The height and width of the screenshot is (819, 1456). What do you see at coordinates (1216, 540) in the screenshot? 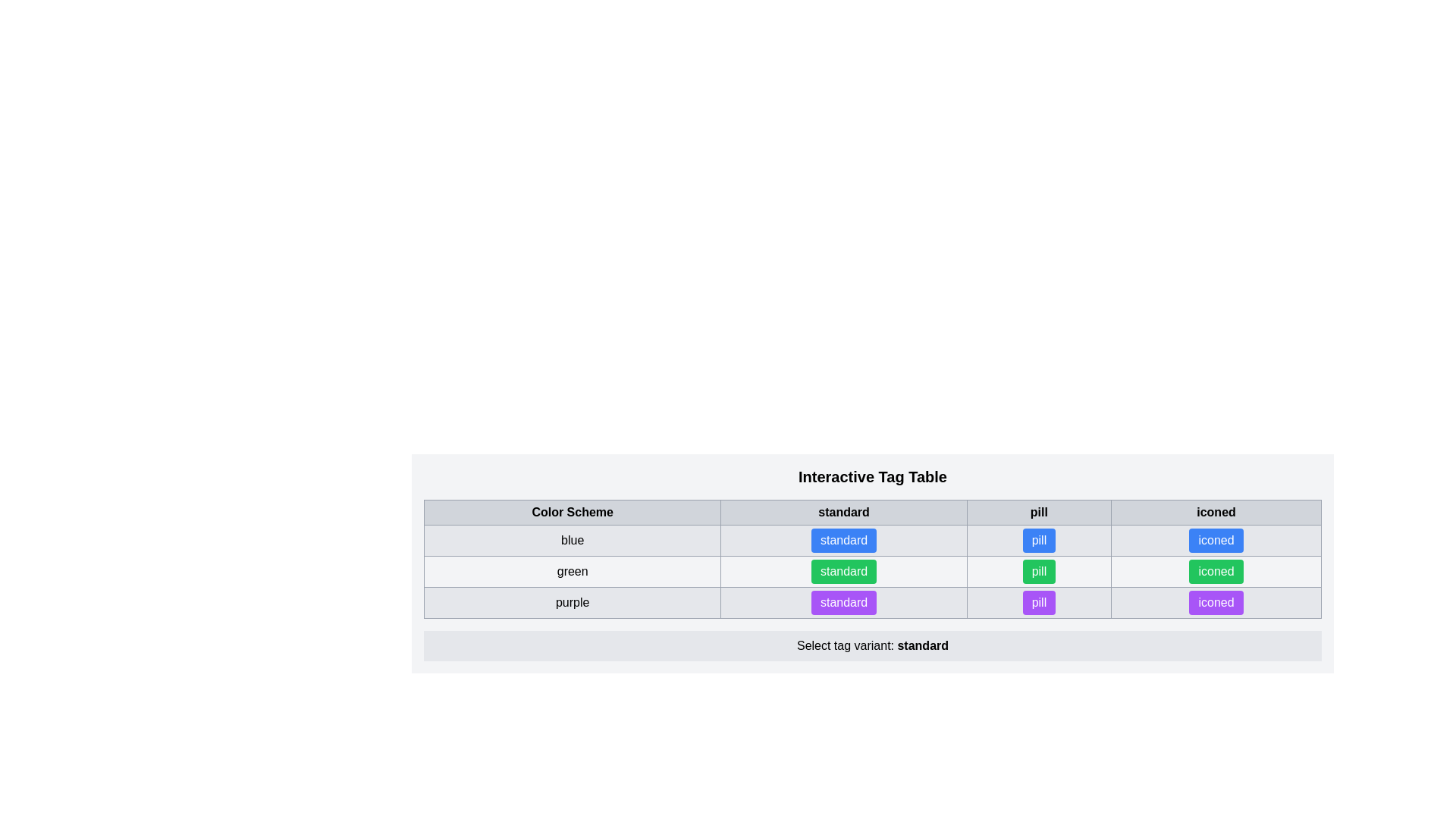
I see `the button located in the third row of the table under the 'iconed' column` at bounding box center [1216, 540].